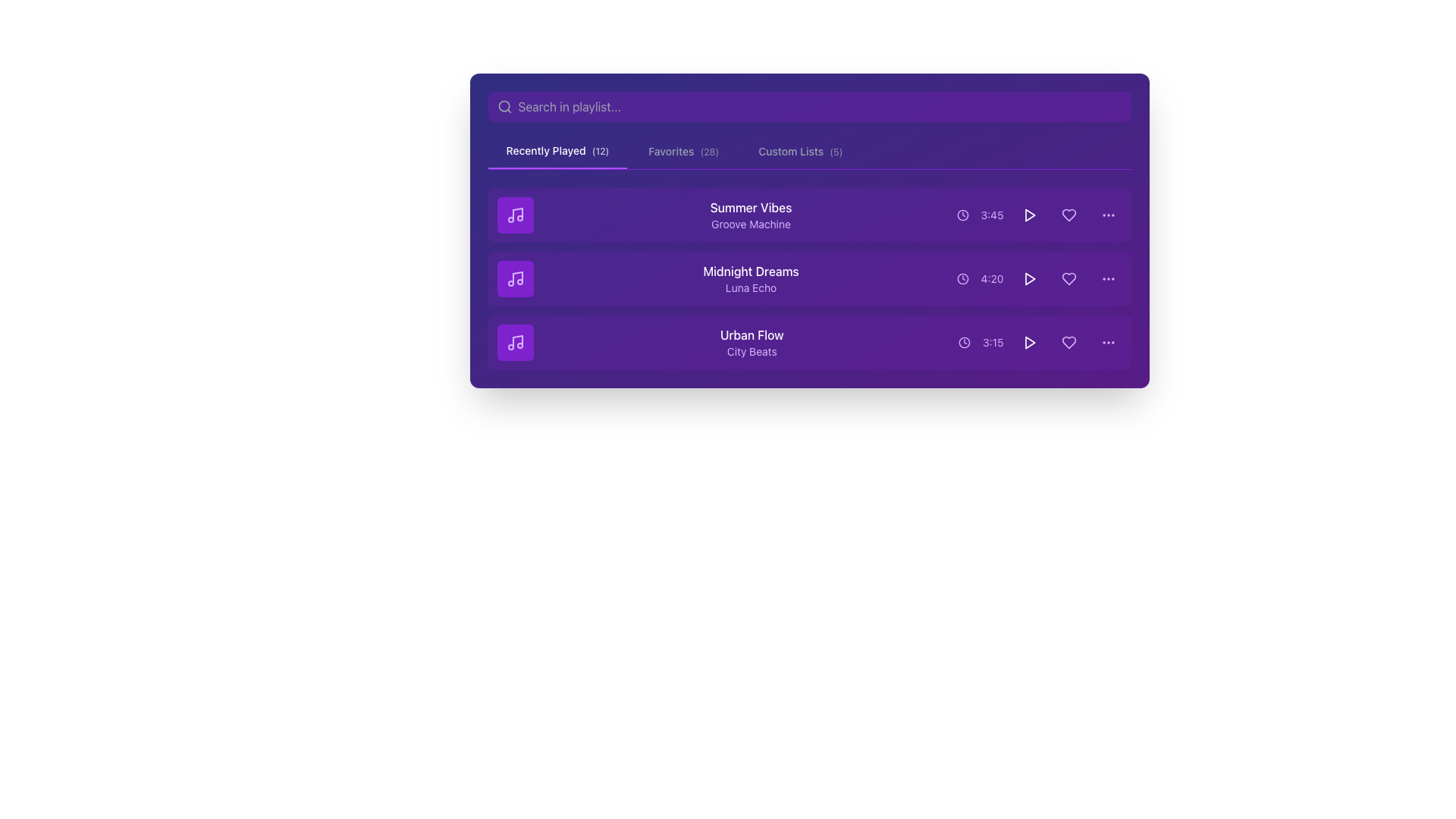  Describe the element at coordinates (751, 215) in the screenshot. I see `the text label that displays the title and subtitle information of a media item, which is located in the first row of a list-like structure, horizontally centered with an icon to its left` at that location.